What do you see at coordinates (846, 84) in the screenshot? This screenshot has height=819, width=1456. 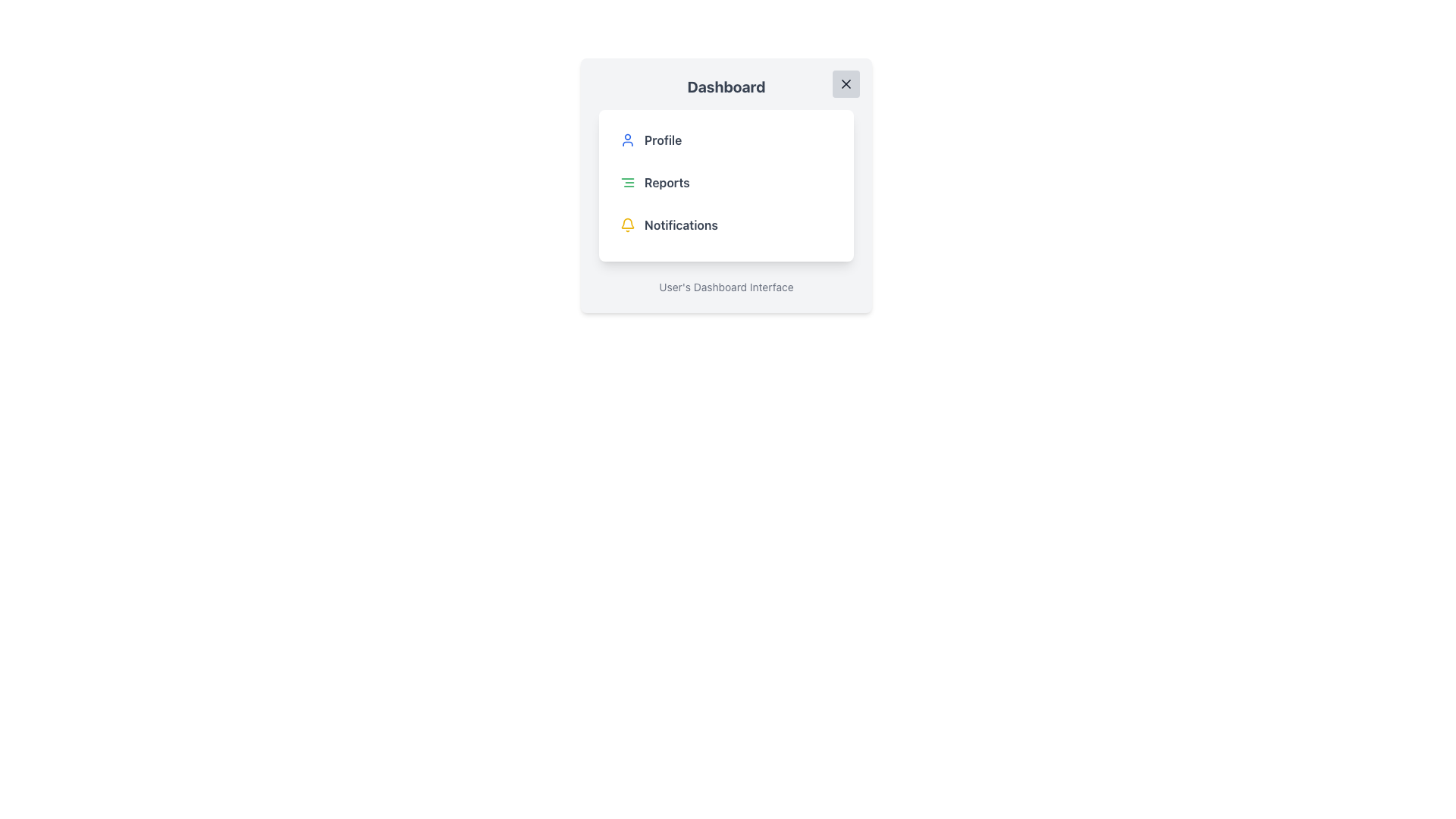 I see `the cross mark icon located in the top-right corner of a rounded button on the dashboard card` at bounding box center [846, 84].